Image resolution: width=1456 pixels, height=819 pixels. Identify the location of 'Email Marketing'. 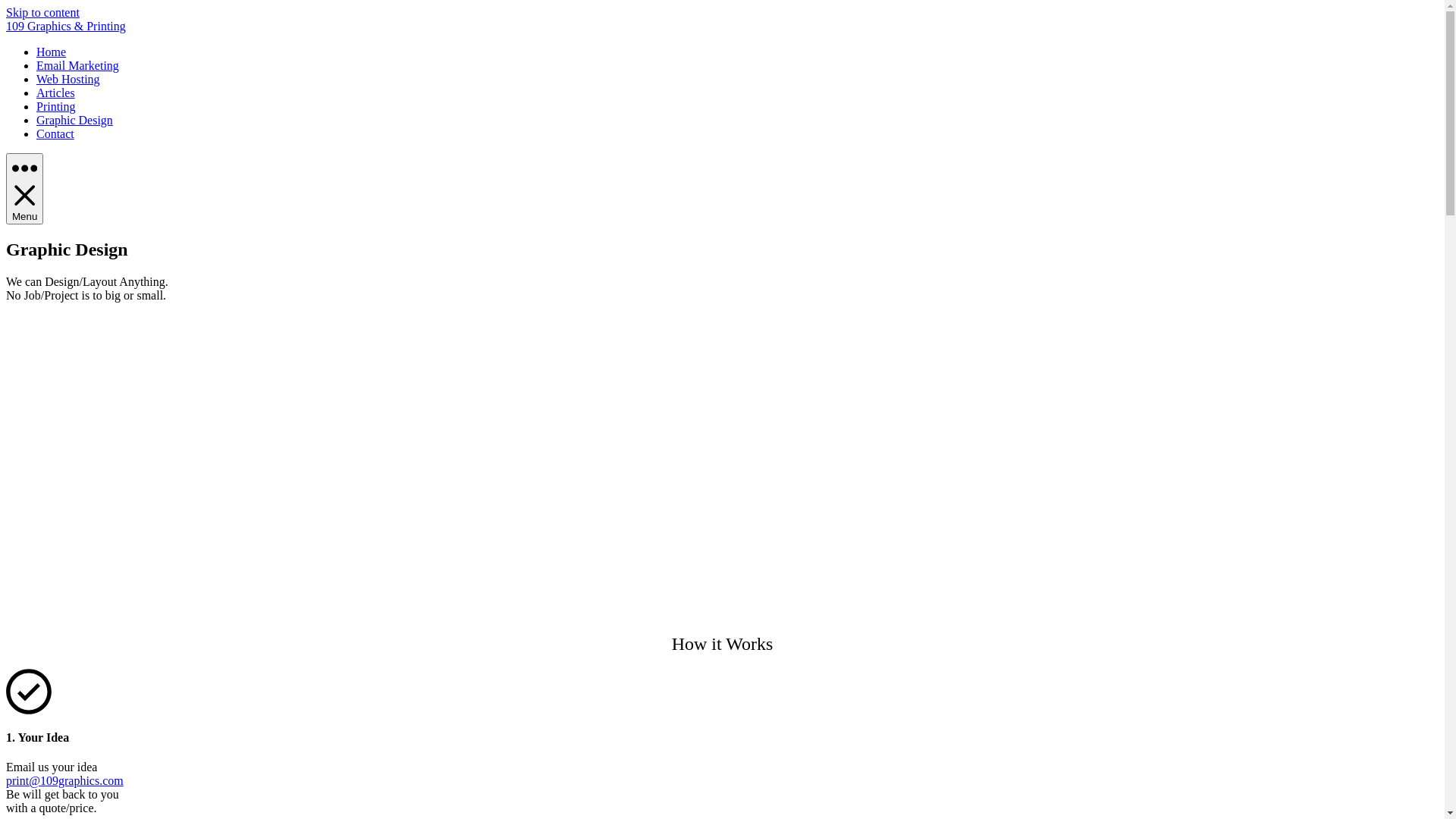
(77, 64).